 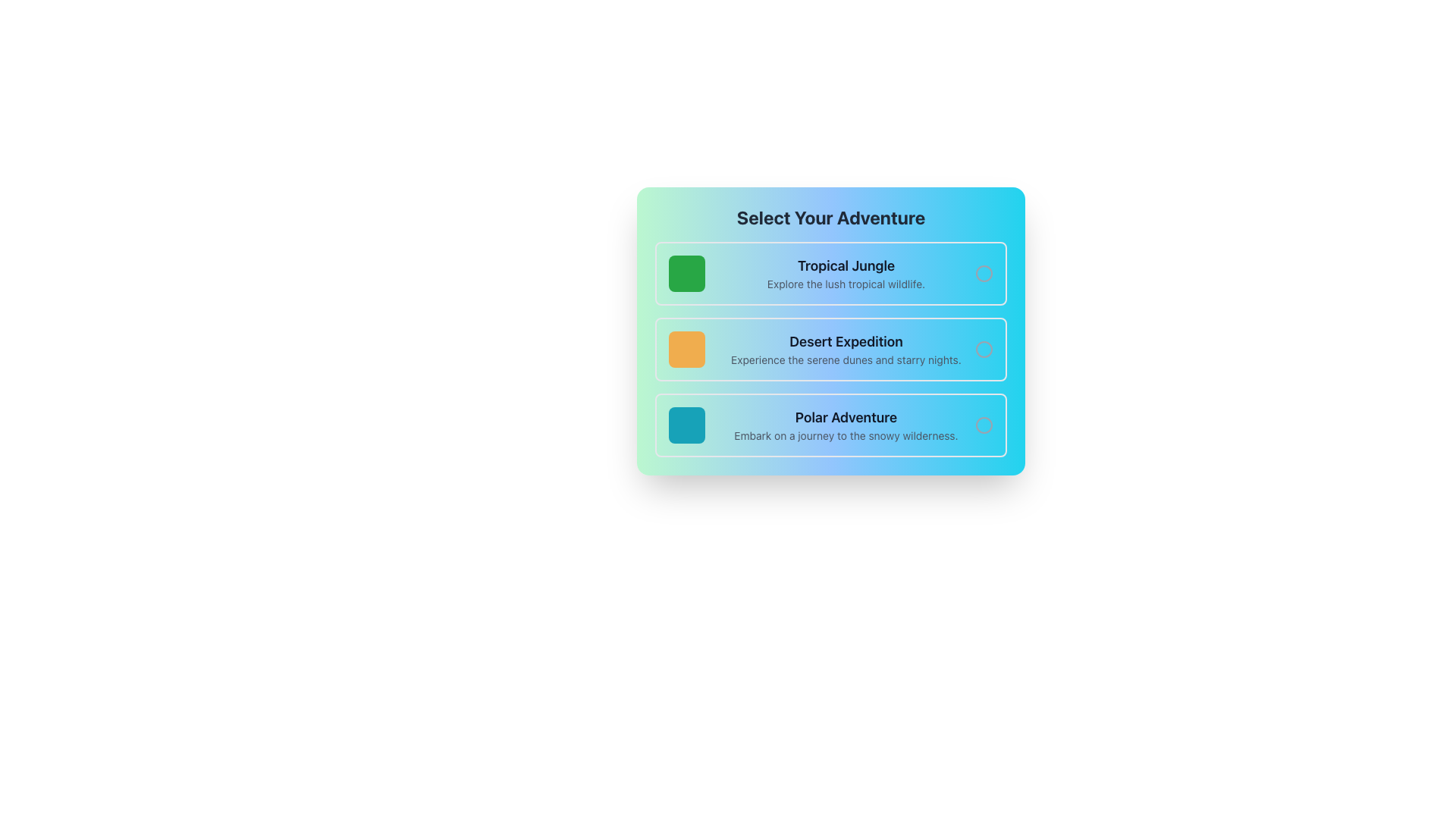 I want to click on the 'Desert Expedition' interactive option card, which is the second panel in the list beneath 'Select Your Adventure', so click(x=830, y=350).